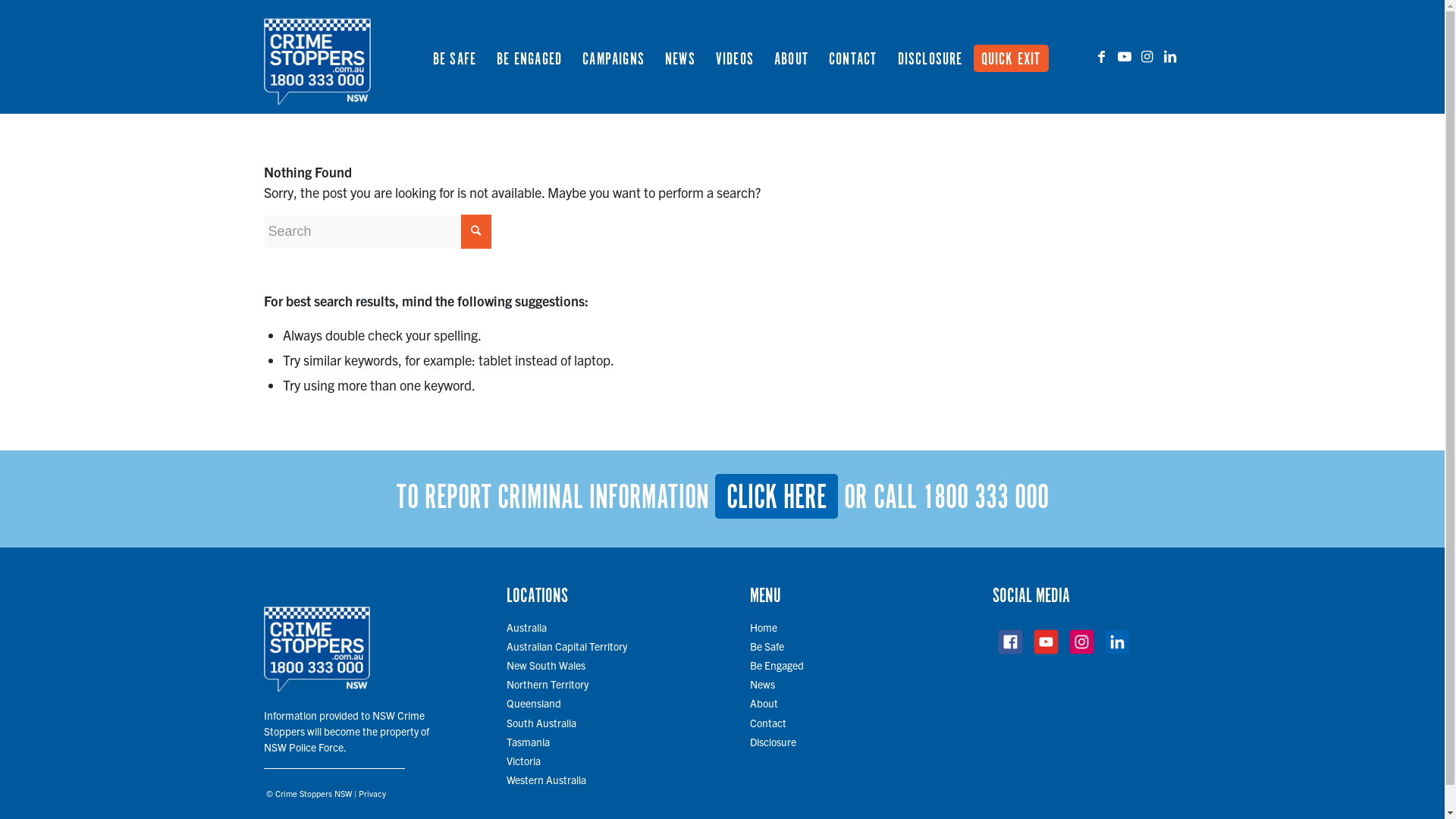  I want to click on 'Home', so click(749, 626).